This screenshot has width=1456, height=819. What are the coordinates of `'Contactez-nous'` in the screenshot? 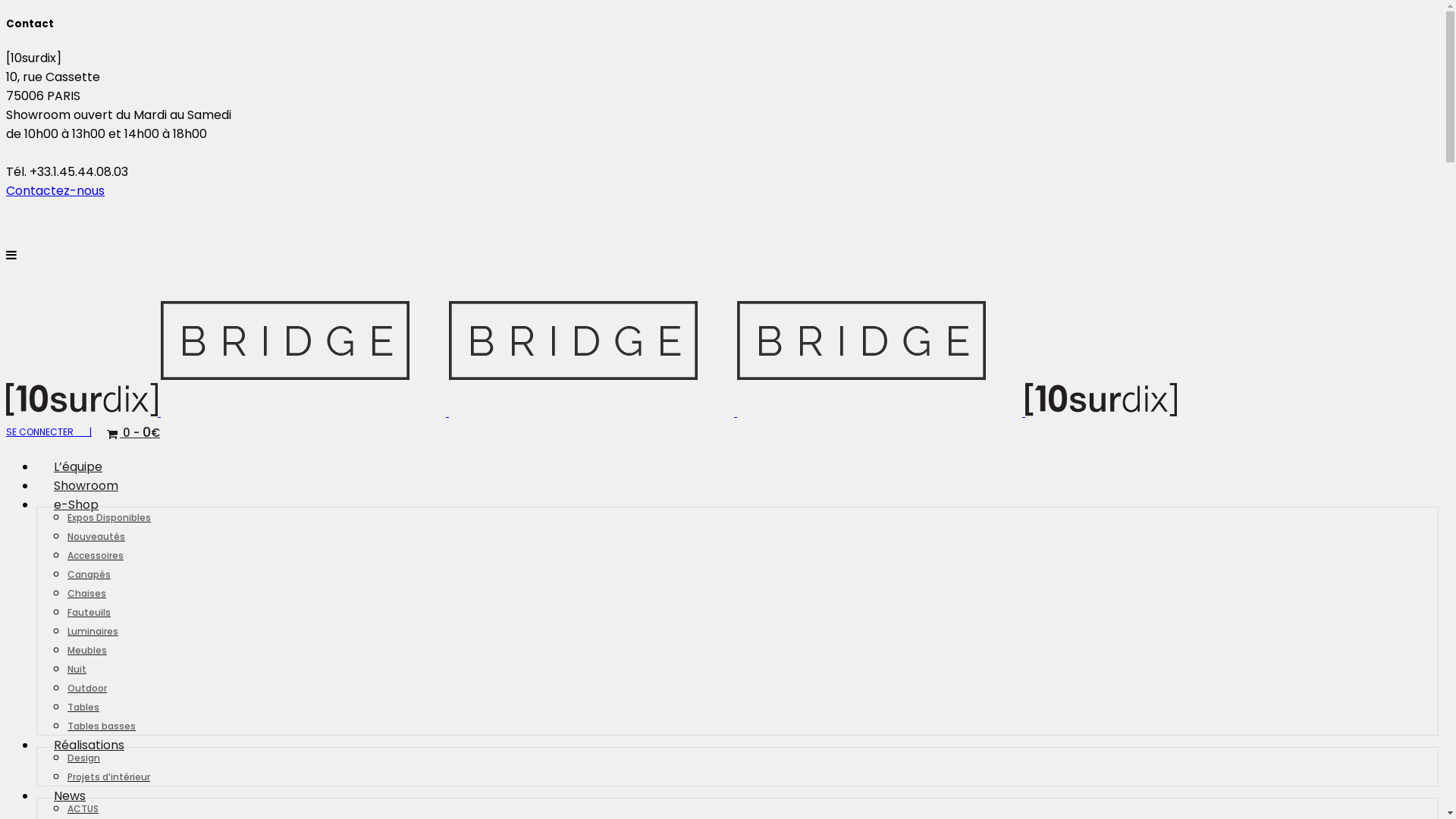 It's located at (55, 190).